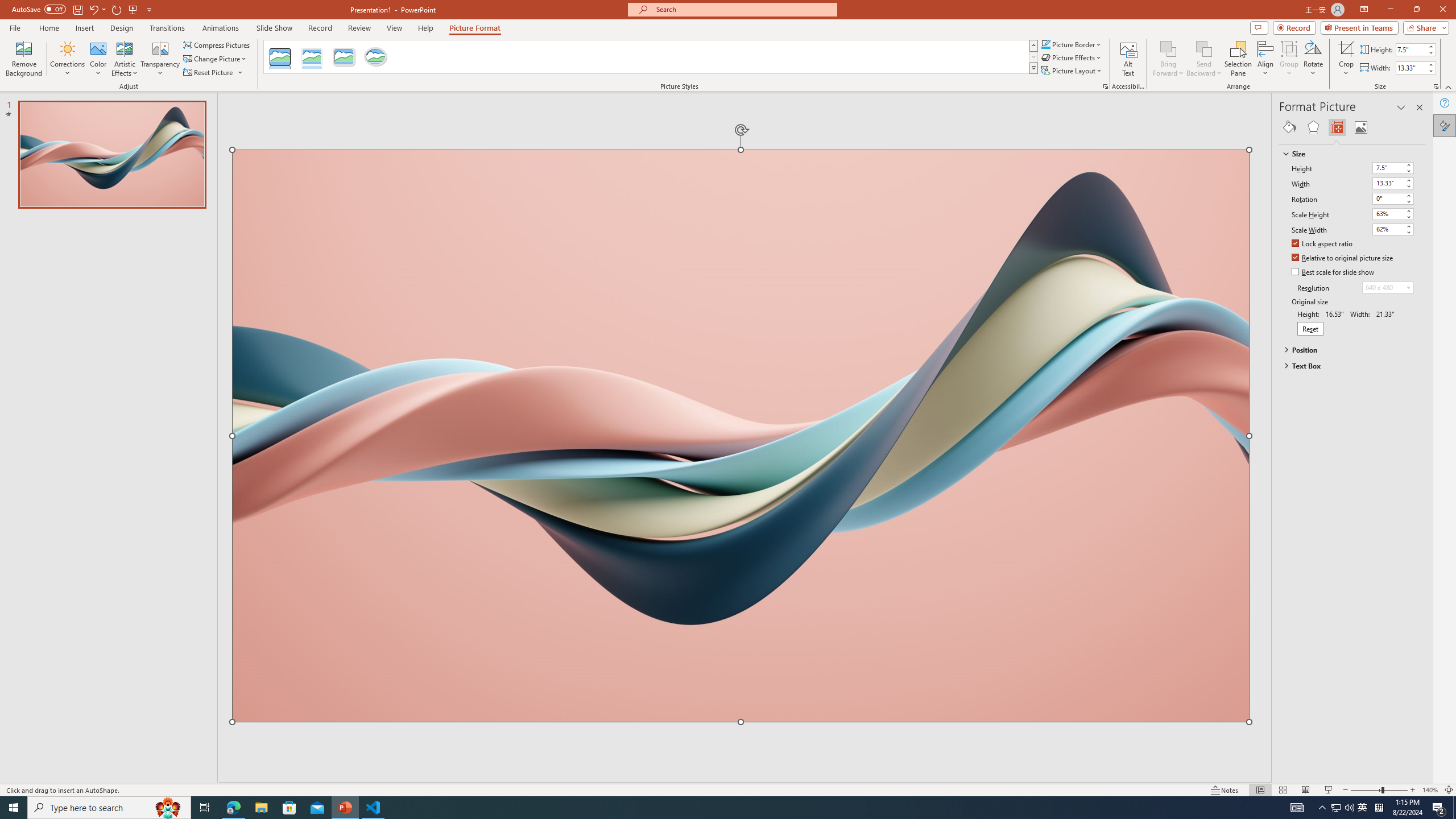 The width and height of the screenshot is (1456, 819). Describe the element at coordinates (1203, 59) in the screenshot. I see `'Send Backward'` at that location.